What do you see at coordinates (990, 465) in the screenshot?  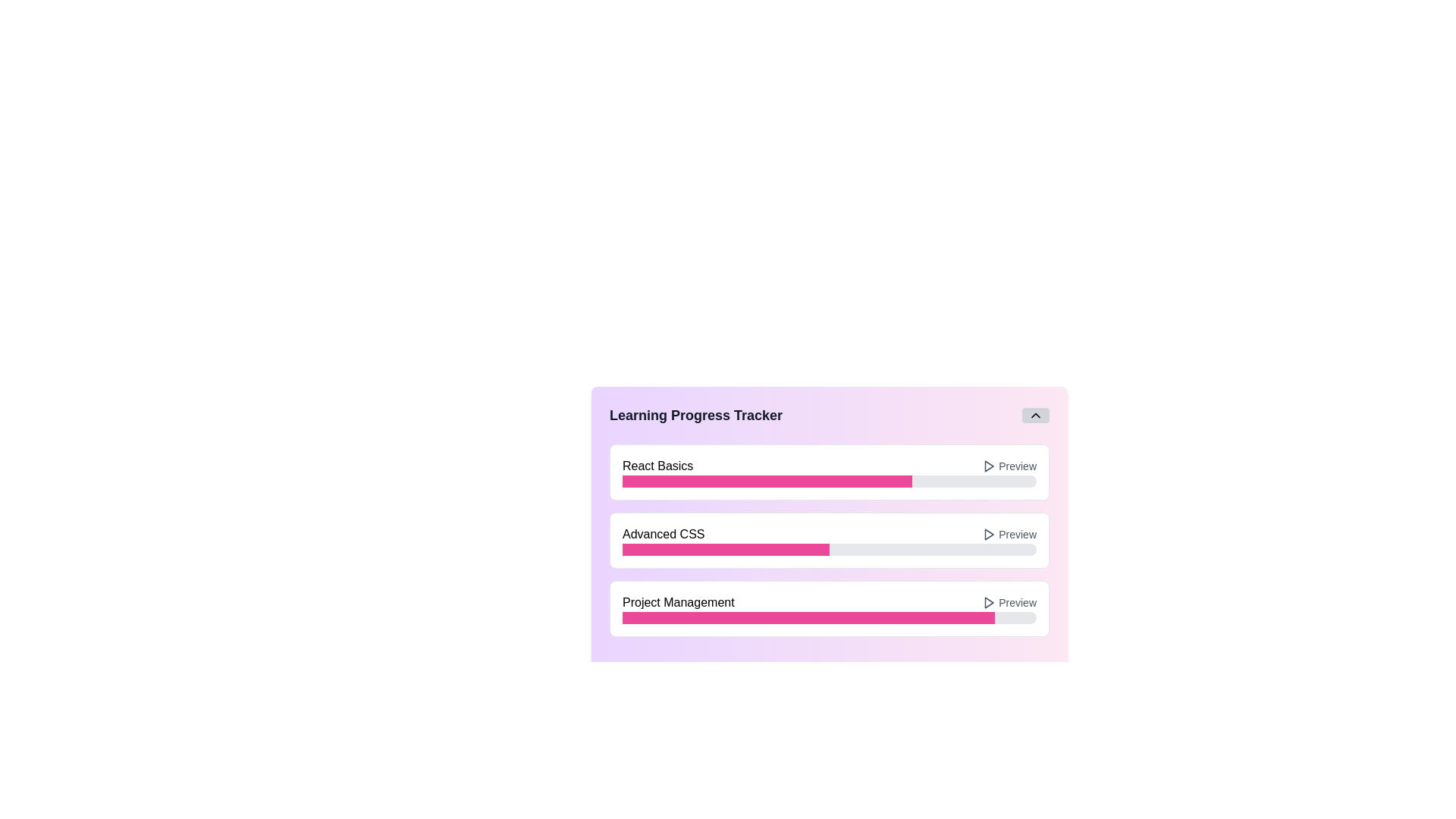 I see `the Play button icon located next to the 'React Basics' progress bar` at bounding box center [990, 465].